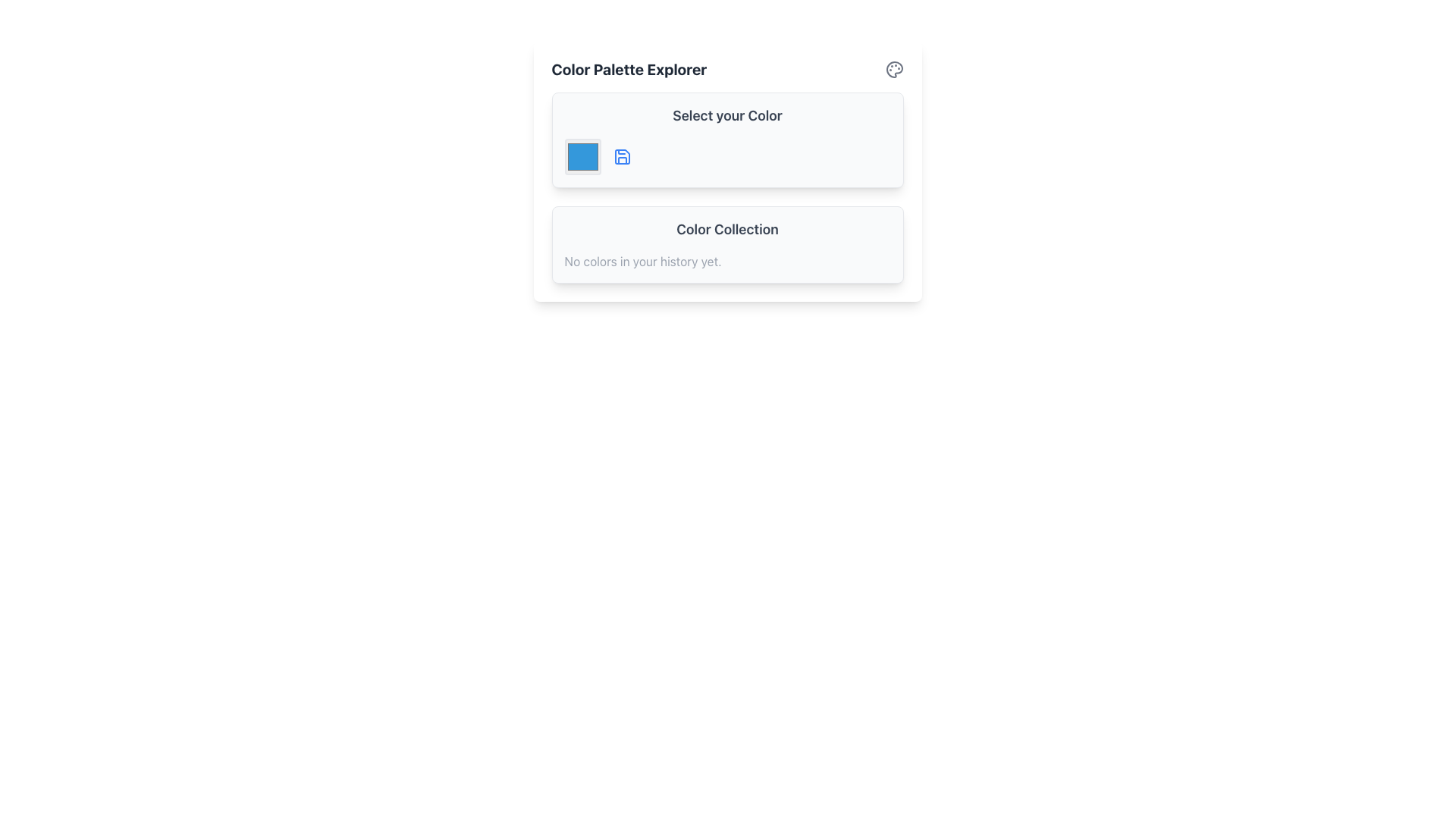  I want to click on the bold title text 'Color Palette Explorer' at the top of the color-related exploration panel, so click(629, 70).